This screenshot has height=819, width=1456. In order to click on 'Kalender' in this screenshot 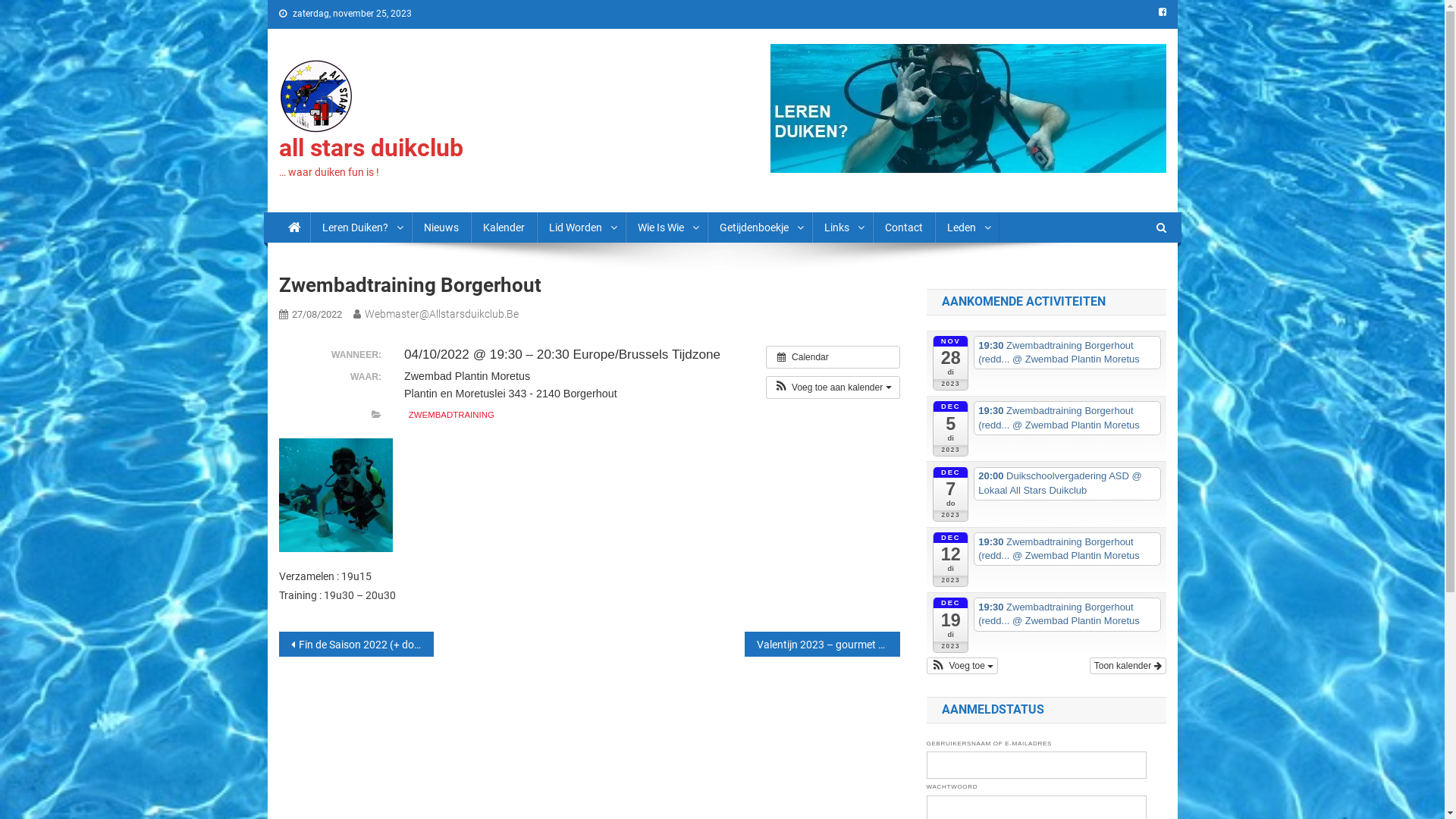, I will do `click(503, 227)`.